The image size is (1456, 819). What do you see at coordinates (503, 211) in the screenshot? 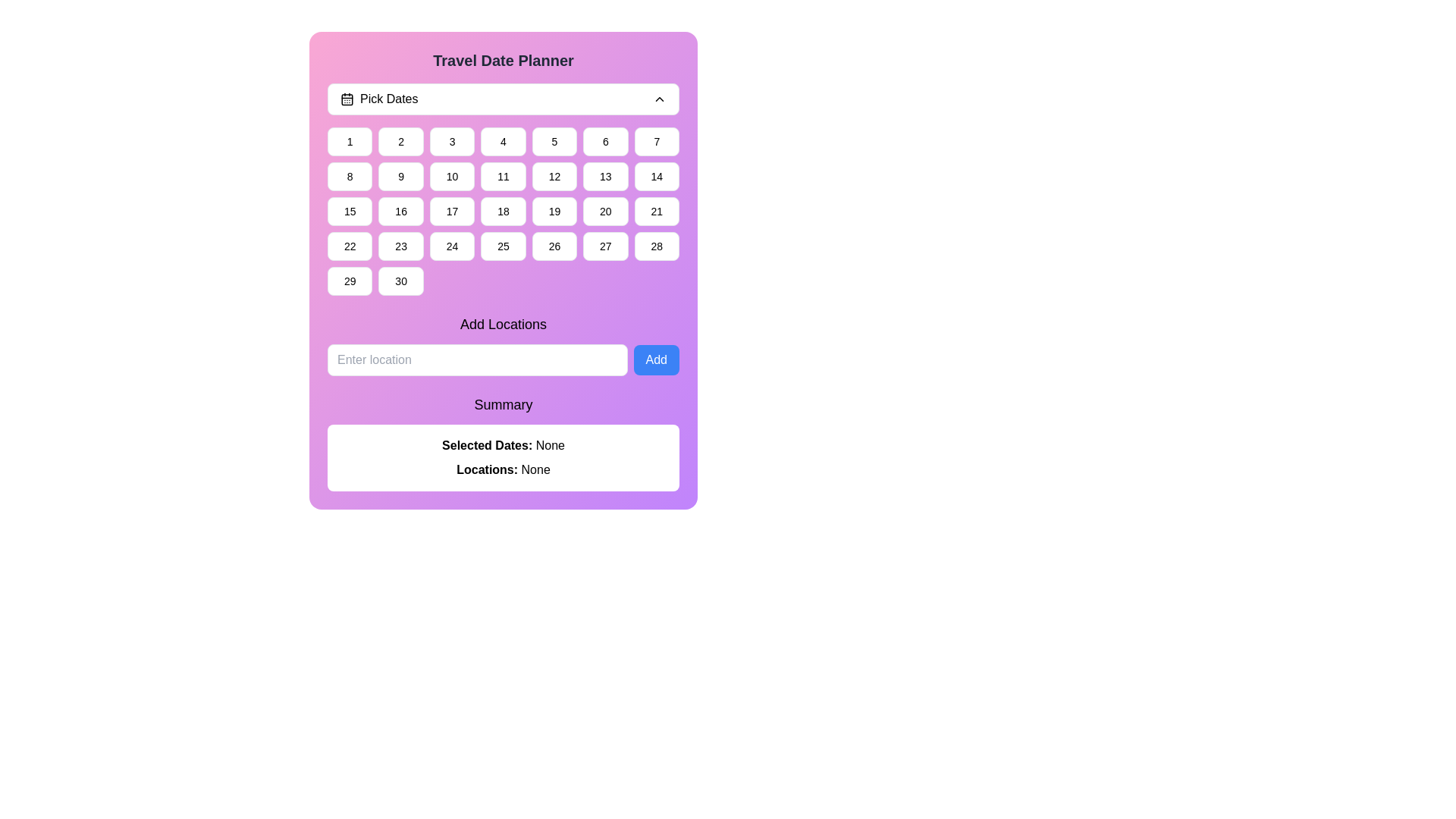
I see `the selection button for the 18th of the month in the date picker interface` at bounding box center [503, 211].